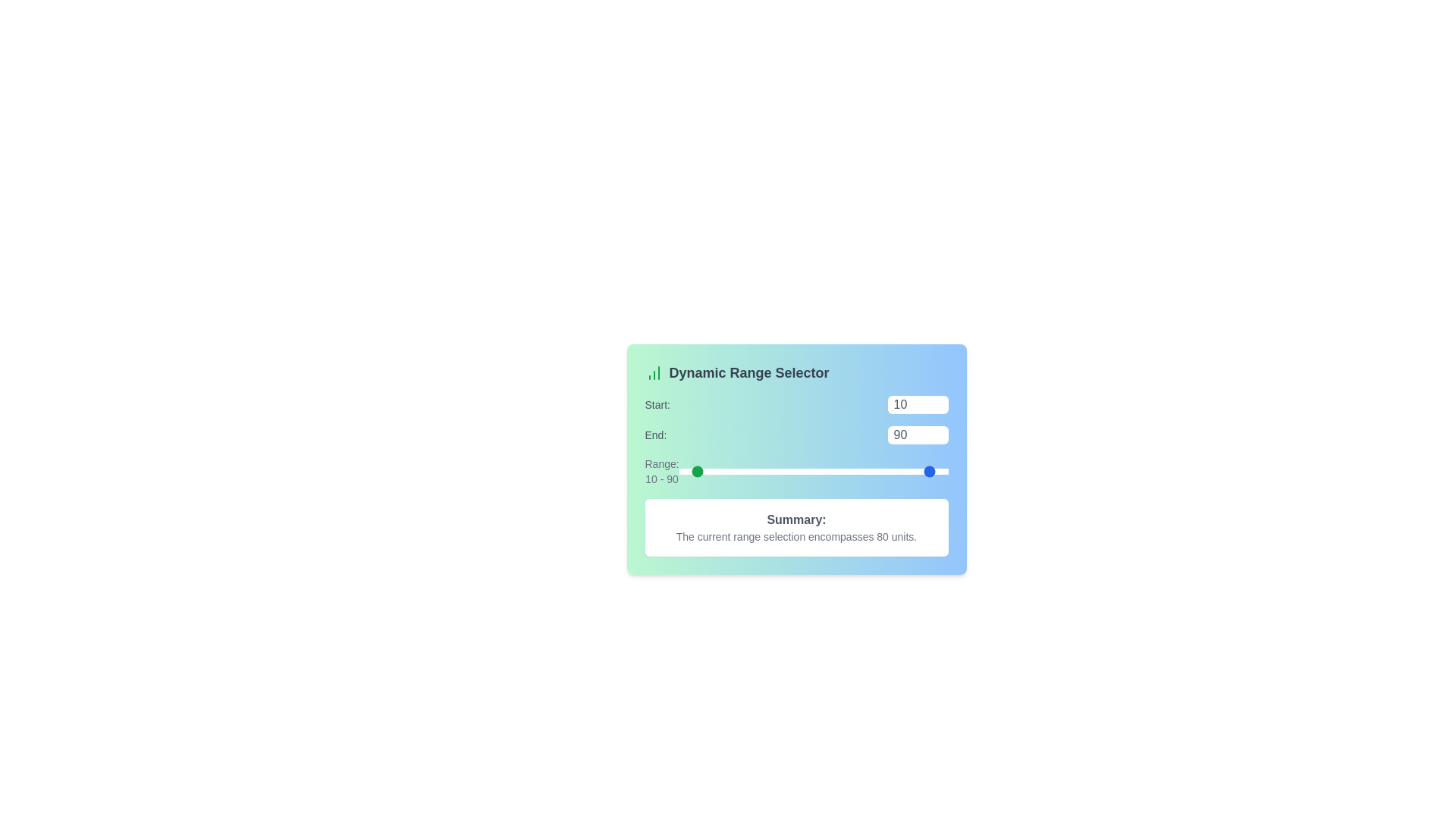  Describe the element at coordinates (917, 403) in the screenshot. I see `the 'Start' range value to 12 using the input box` at that location.